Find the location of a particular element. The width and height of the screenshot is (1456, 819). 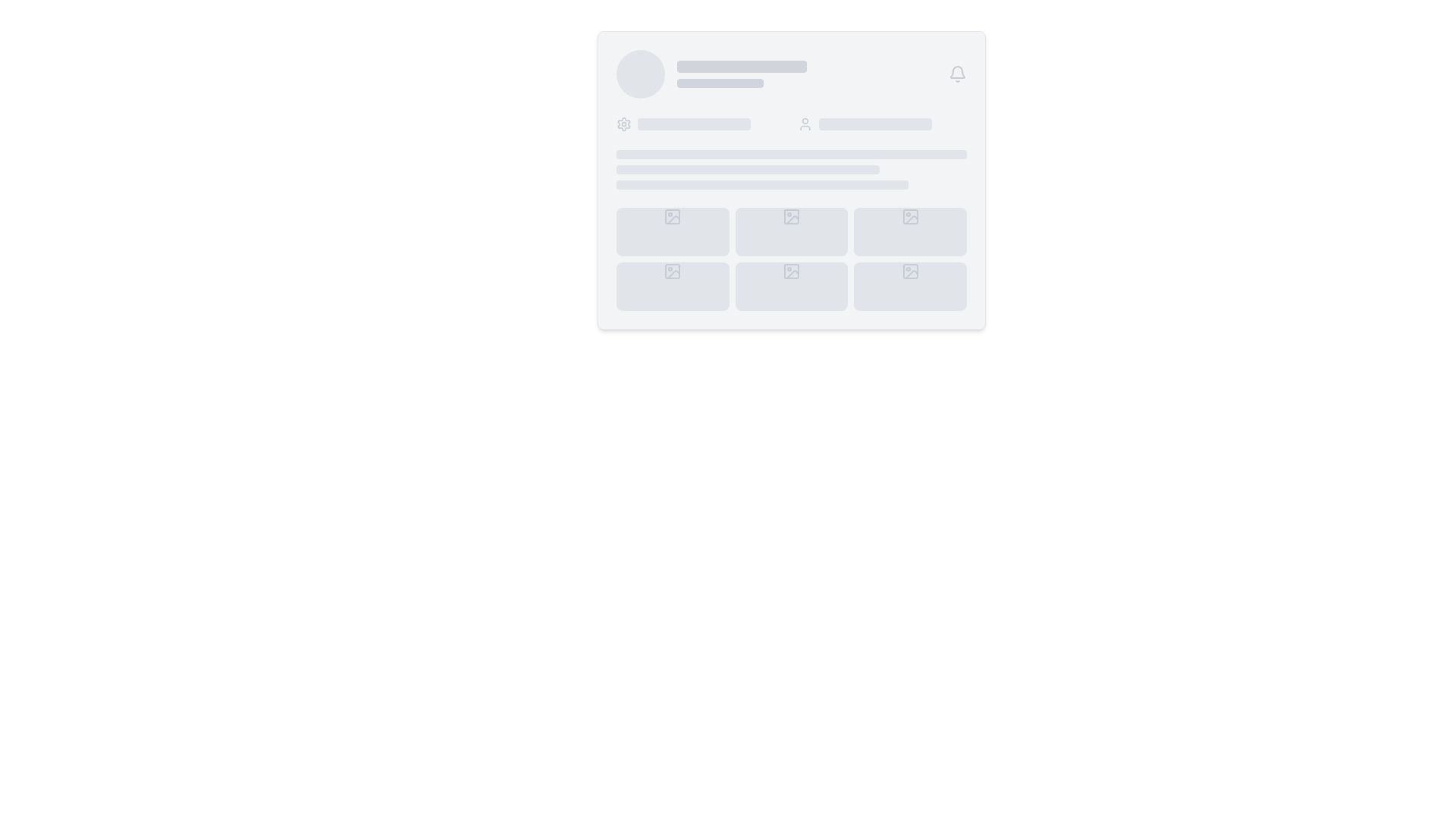

the placeholder status of the first element in the grid layout, which displays a placeholder icon for content is located at coordinates (672, 231).